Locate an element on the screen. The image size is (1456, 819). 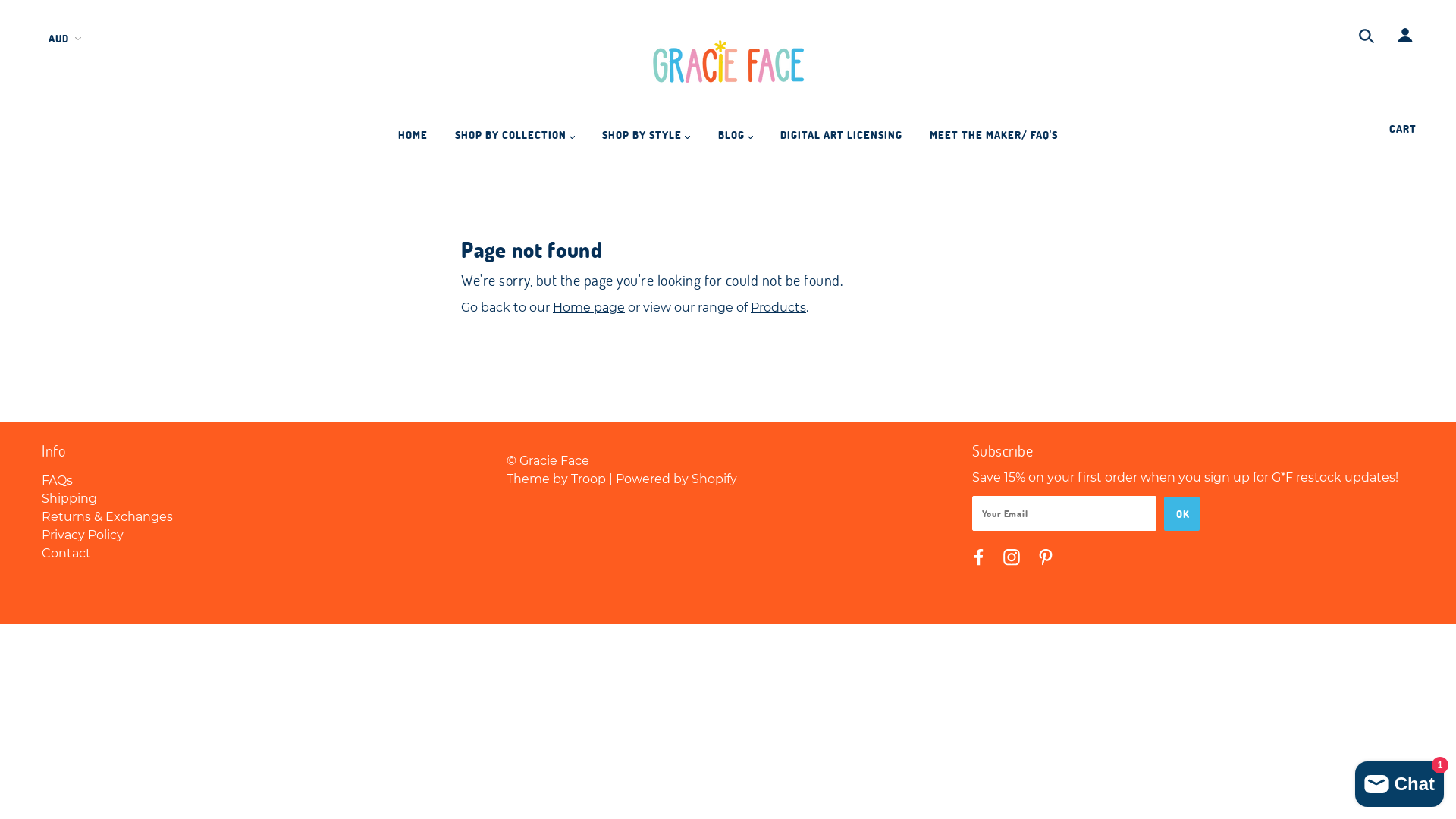
'DIGITAL ART LICENSING' is located at coordinates (840, 140).